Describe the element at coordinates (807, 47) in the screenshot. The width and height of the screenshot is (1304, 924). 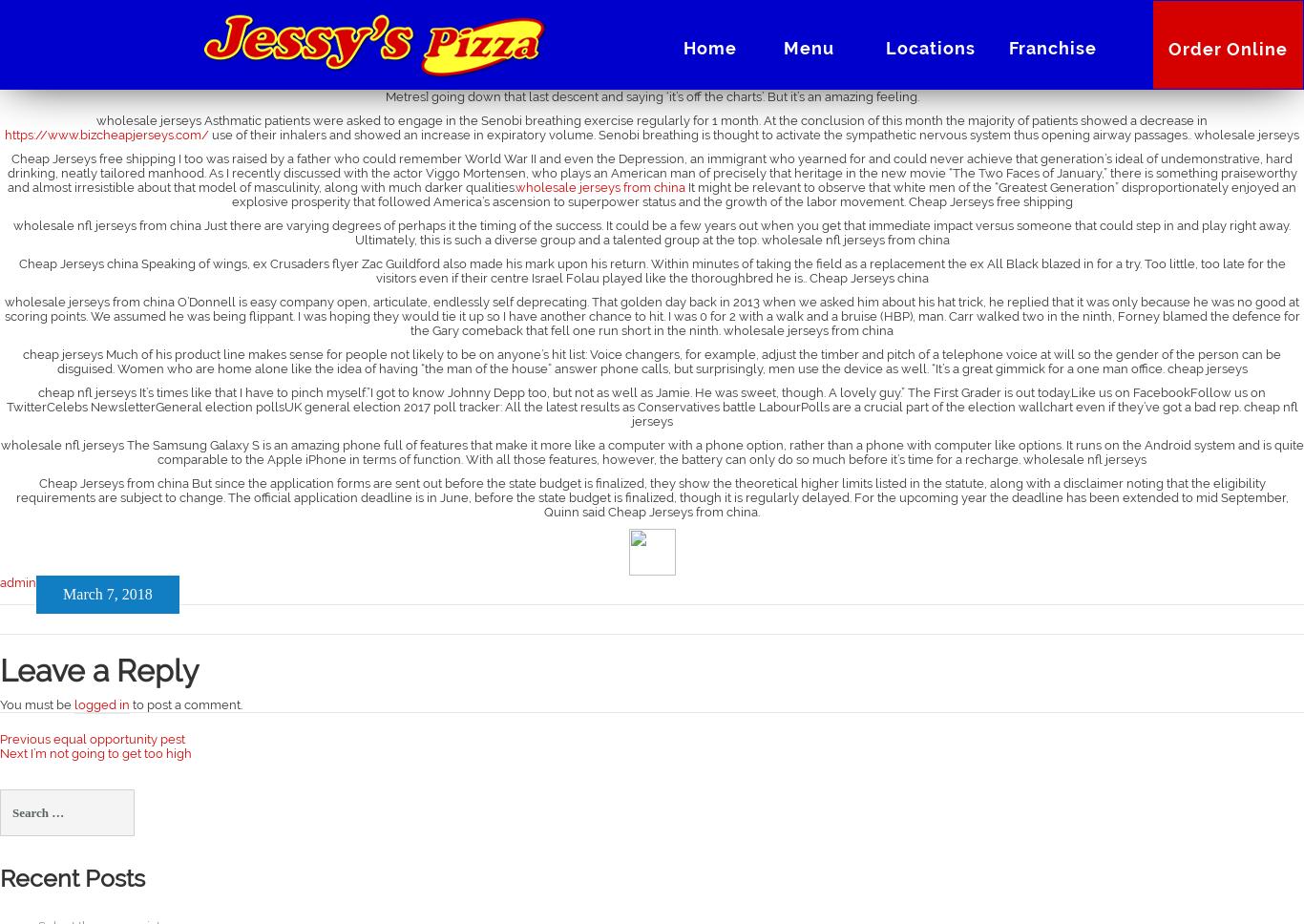
I see `'Menu'` at that location.